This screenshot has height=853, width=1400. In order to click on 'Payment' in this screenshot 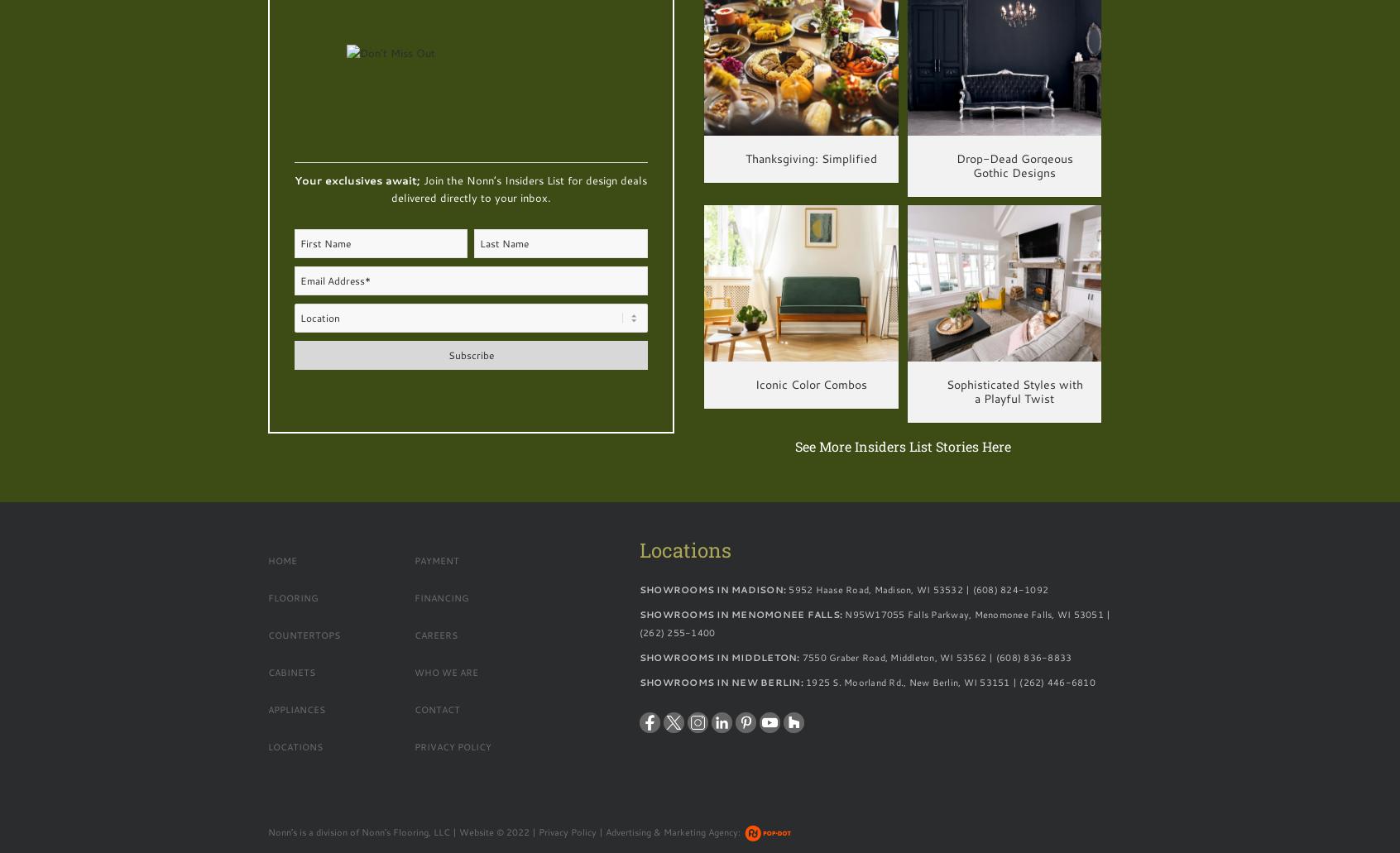, I will do `click(415, 559)`.